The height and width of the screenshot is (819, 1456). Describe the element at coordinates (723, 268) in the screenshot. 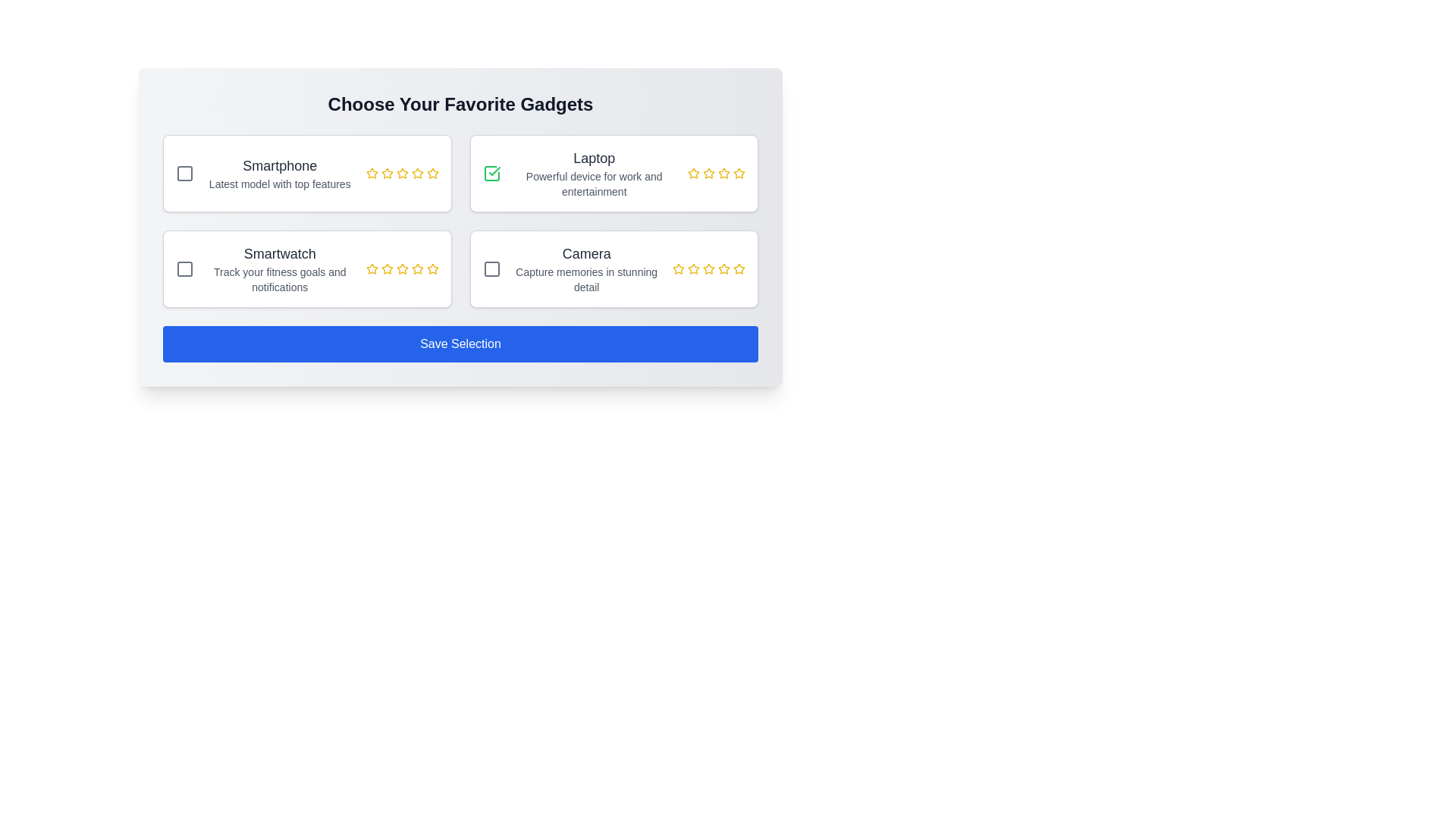

I see `the fourth star icon representing the rating for the 'Camera' item` at that location.